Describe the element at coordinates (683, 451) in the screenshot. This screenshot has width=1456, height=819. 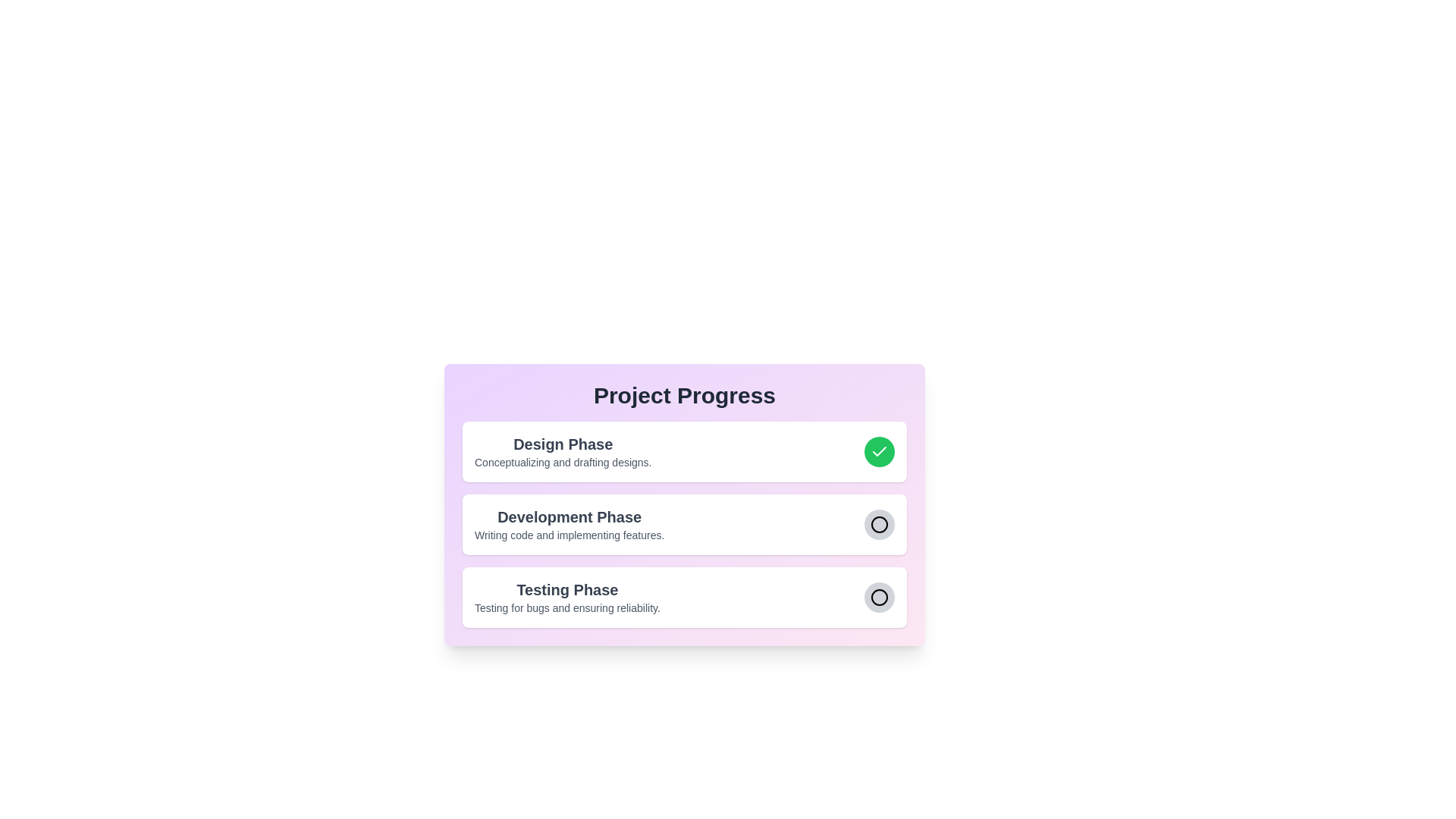
I see `the 'Design Phase' informational card with a progress indicator, which is the first card in a vertically-stacked list of project workflow steps` at that location.